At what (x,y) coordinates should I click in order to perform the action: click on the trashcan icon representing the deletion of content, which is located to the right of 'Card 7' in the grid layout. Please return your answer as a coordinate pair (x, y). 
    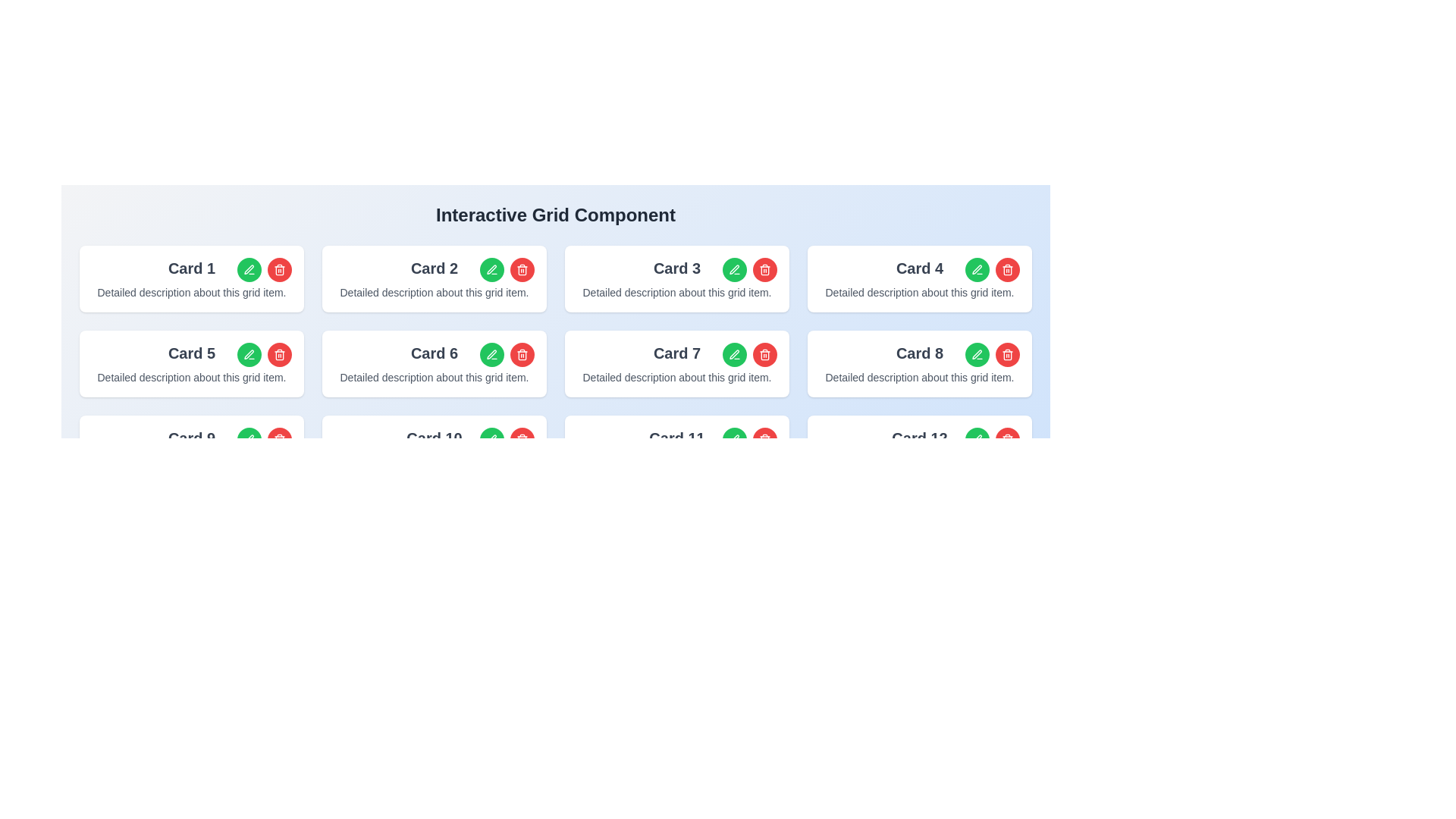
    Looking at the image, I should click on (764, 270).